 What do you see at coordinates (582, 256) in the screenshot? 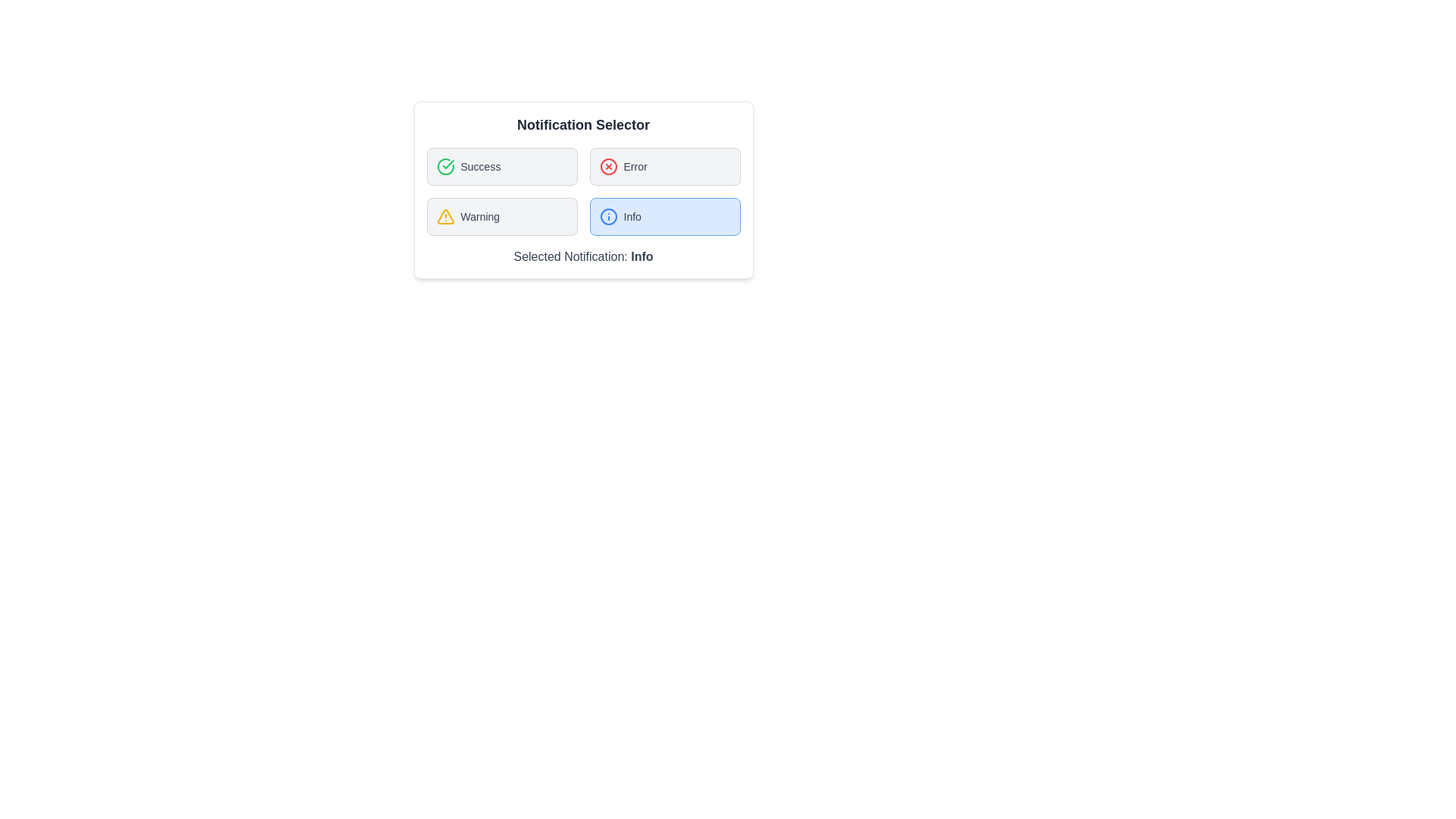
I see `the text 'Selected Notification: Info' and copy it to the clipboard` at bounding box center [582, 256].